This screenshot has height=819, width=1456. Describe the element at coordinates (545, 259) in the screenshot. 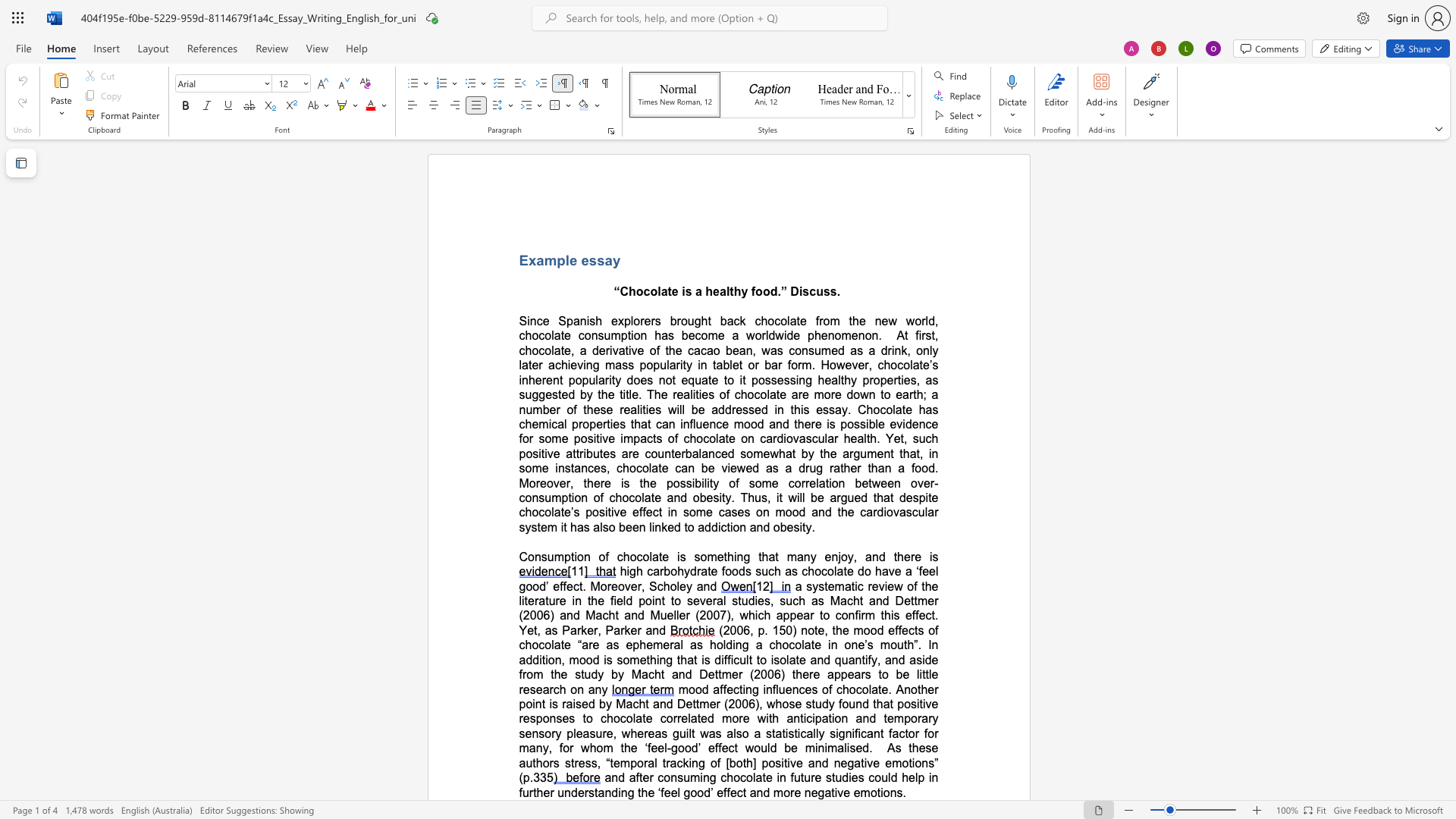

I see `the space between the continuous character "a" and "m" in the text` at that location.